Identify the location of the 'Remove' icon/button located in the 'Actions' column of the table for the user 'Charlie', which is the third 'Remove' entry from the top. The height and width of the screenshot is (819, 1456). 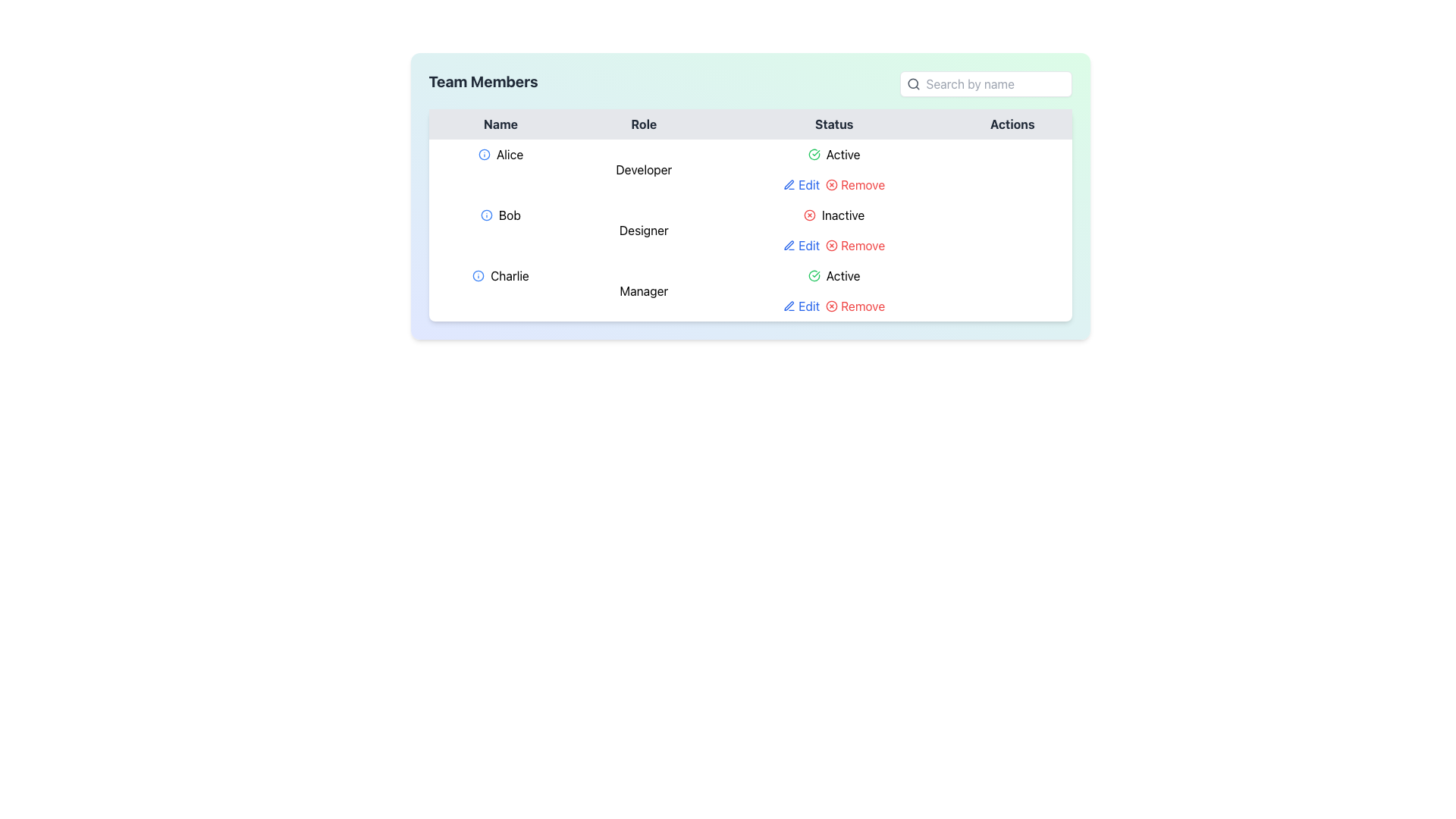
(831, 306).